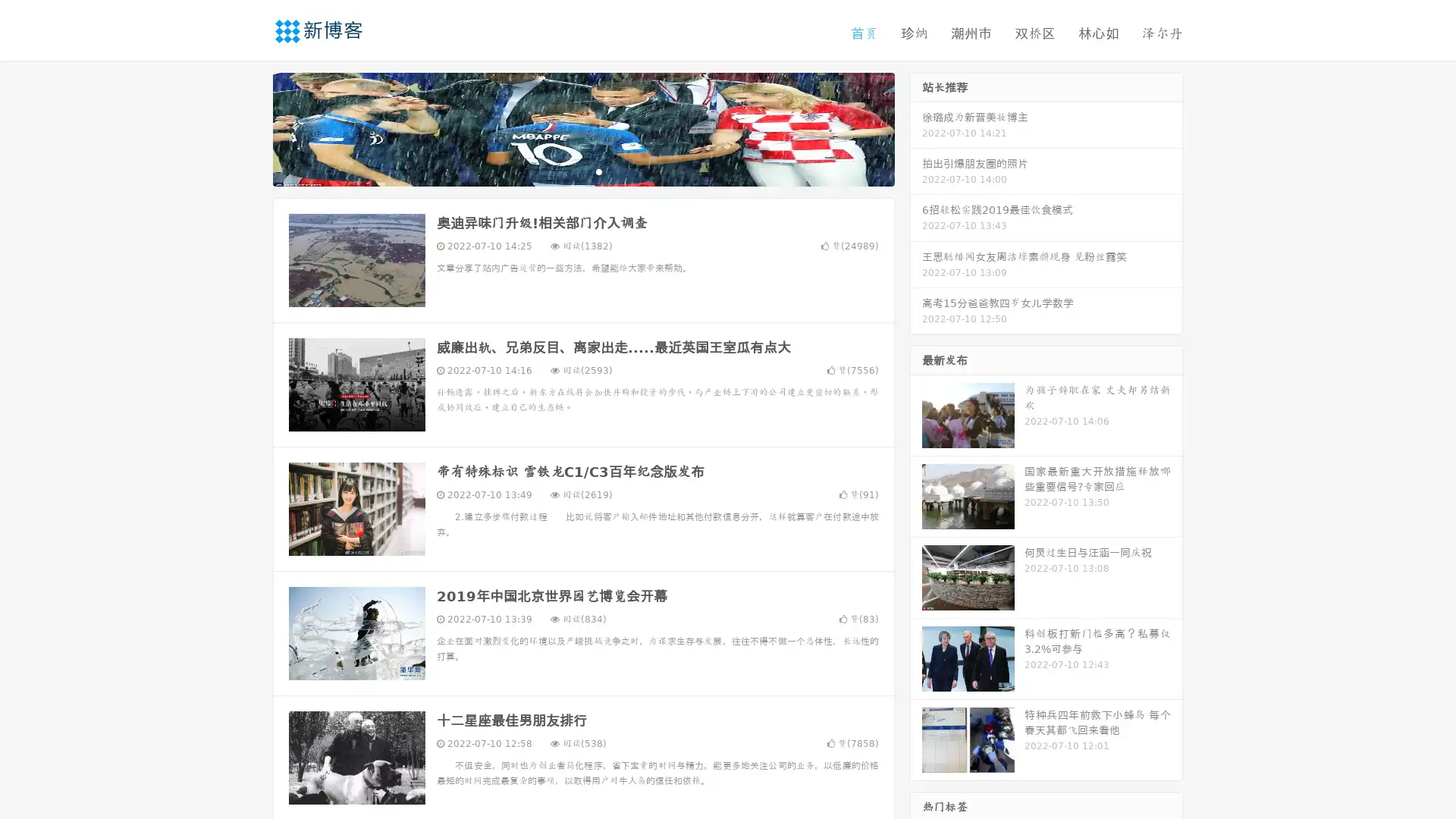  Describe the element at coordinates (916, 127) in the screenshot. I see `Next slide` at that location.